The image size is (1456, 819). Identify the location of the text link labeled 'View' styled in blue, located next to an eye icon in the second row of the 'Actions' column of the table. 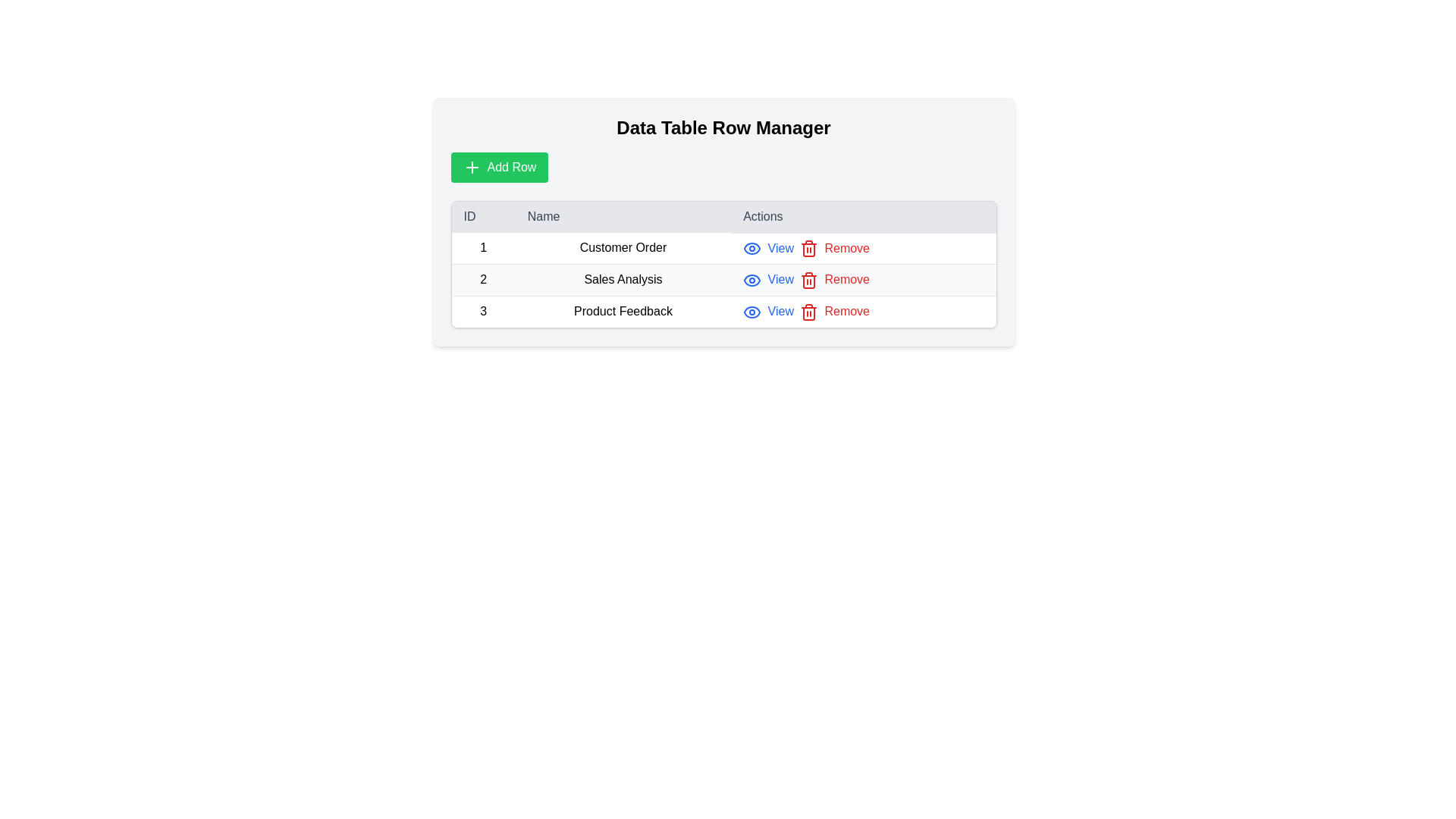
(768, 247).